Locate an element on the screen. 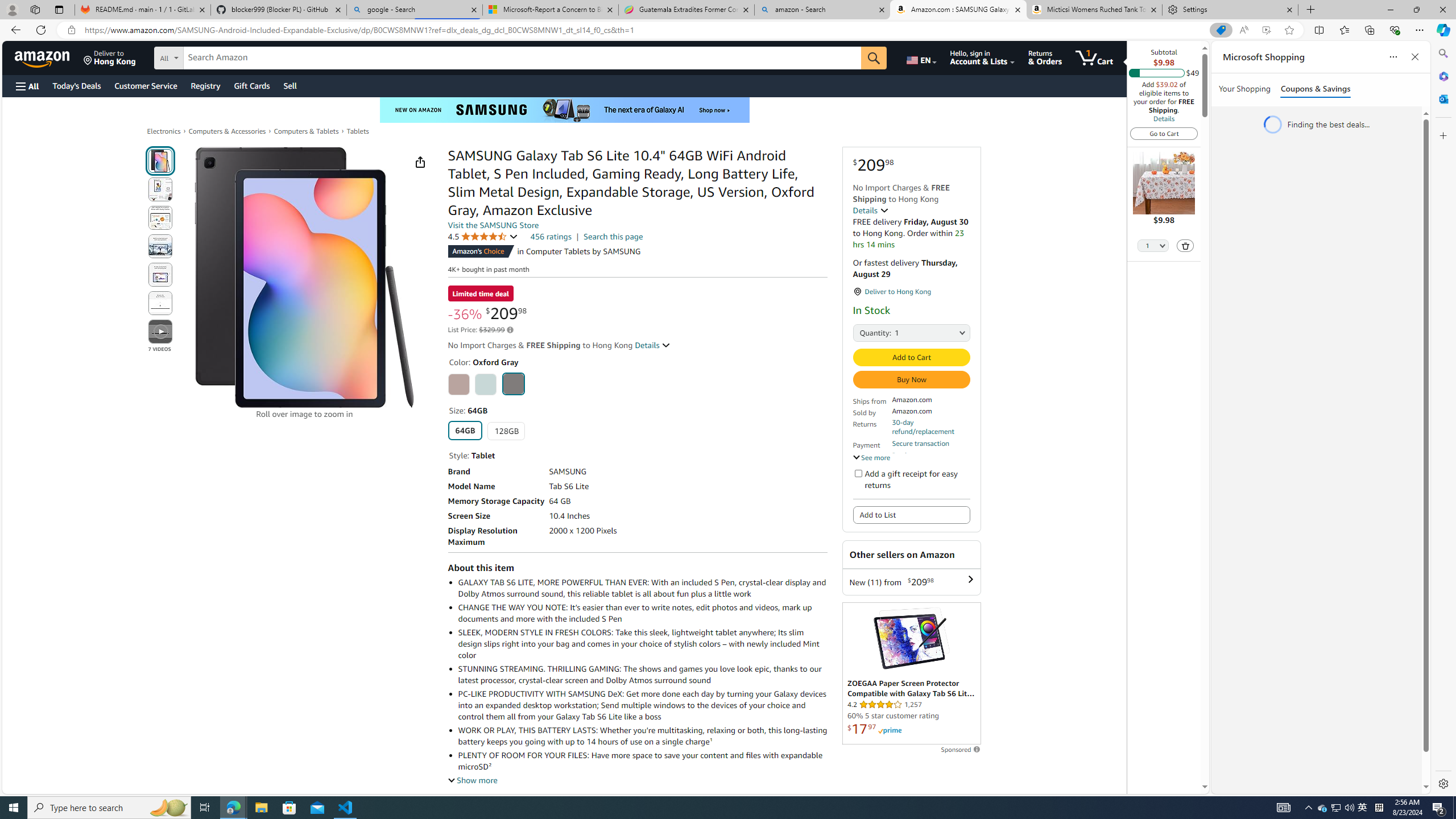  'Galaxy AI is here' is located at coordinates (564, 109).